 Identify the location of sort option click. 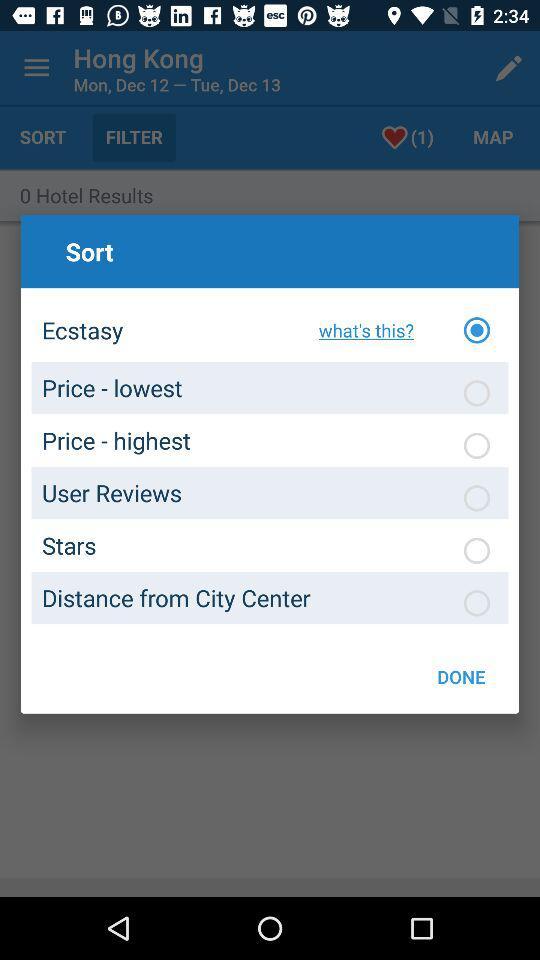
(475, 550).